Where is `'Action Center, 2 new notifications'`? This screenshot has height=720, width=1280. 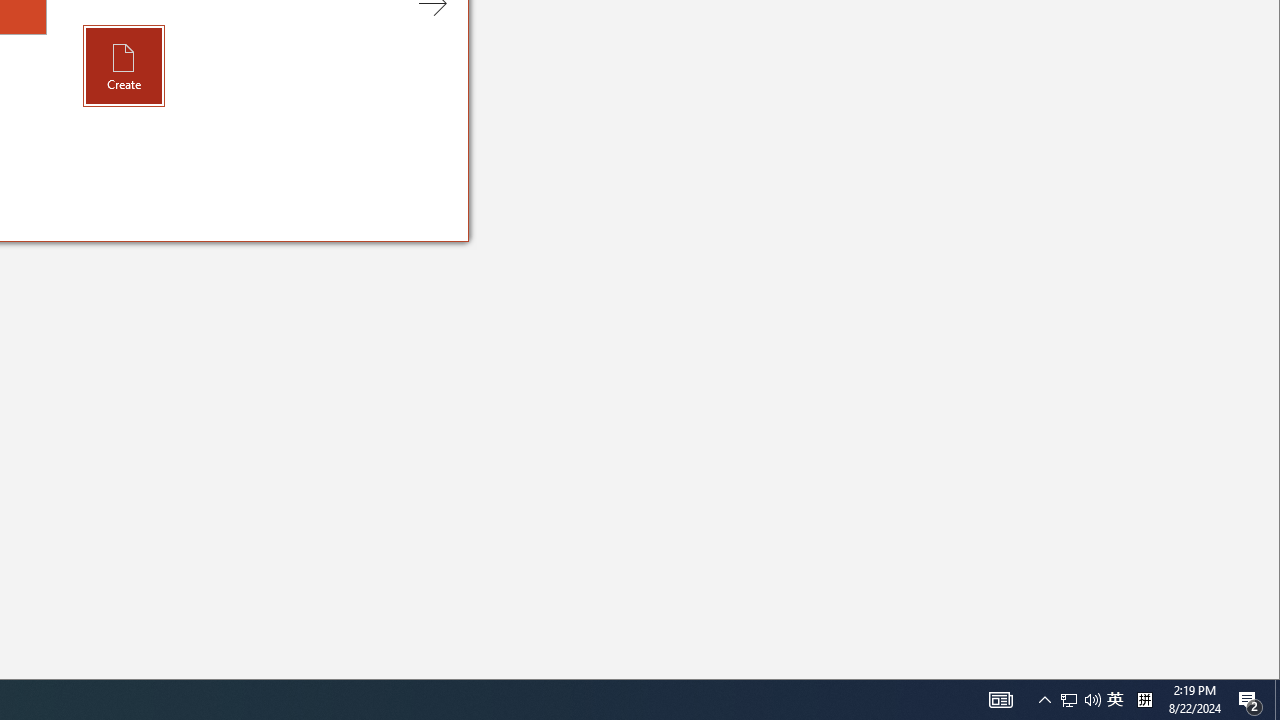 'Action Center, 2 new notifications' is located at coordinates (1250, 698).